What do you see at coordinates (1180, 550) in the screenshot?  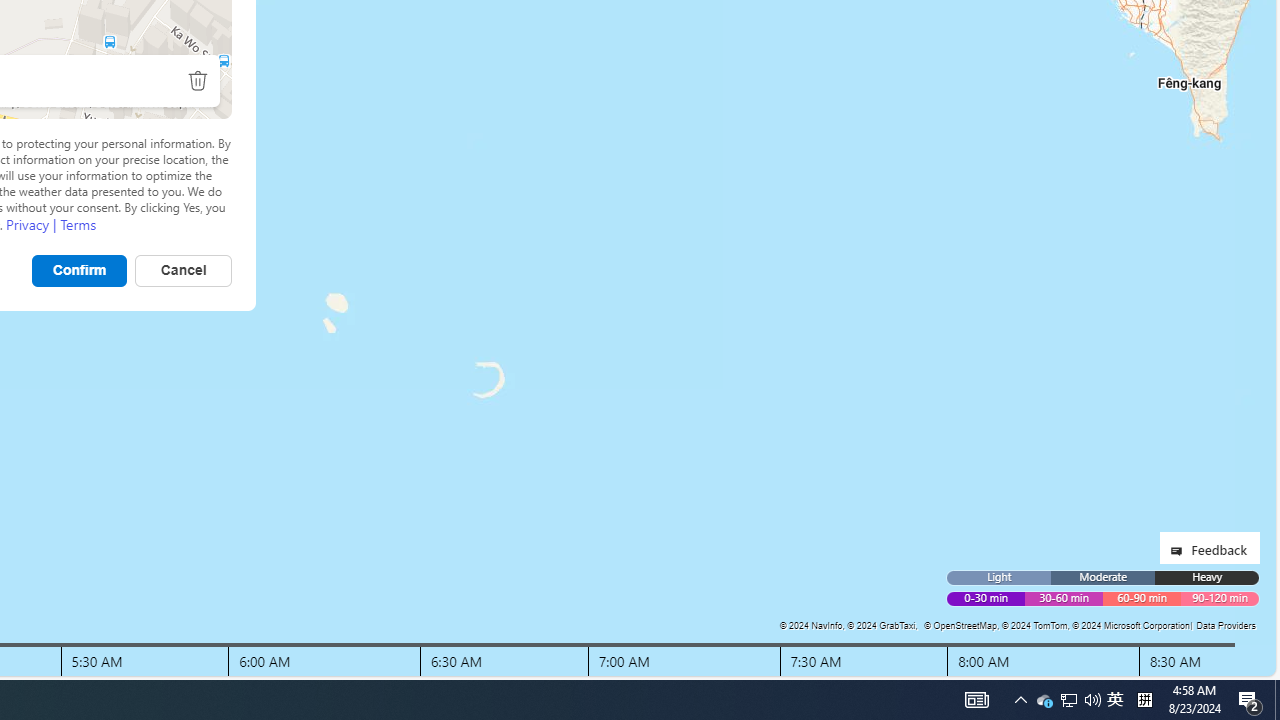 I see `'Class: feedback_link_icon-DS-EntryPoint1-1'` at bounding box center [1180, 550].